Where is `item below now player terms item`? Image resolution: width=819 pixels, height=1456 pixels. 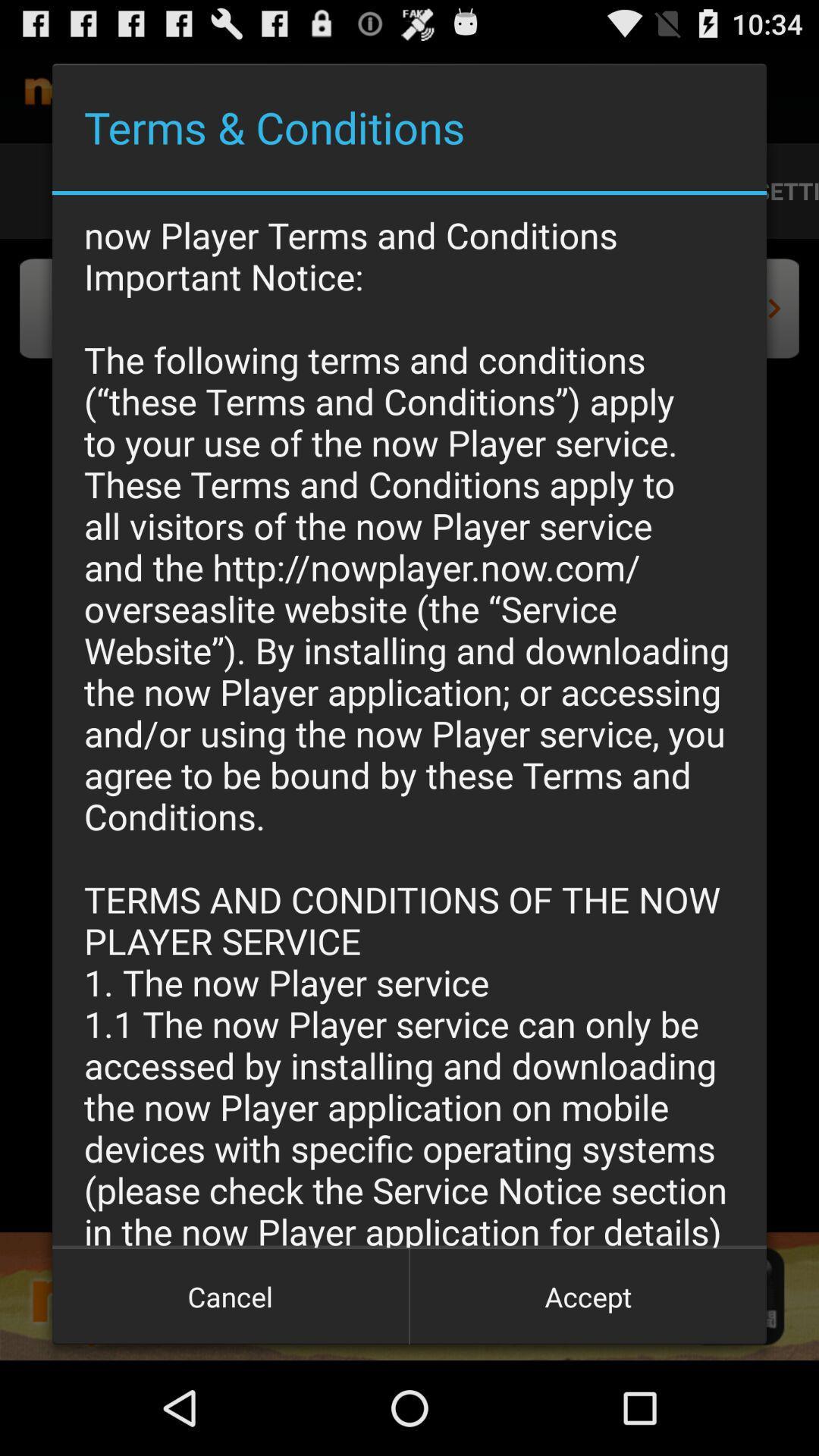
item below now player terms item is located at coordinates (231, 1295).